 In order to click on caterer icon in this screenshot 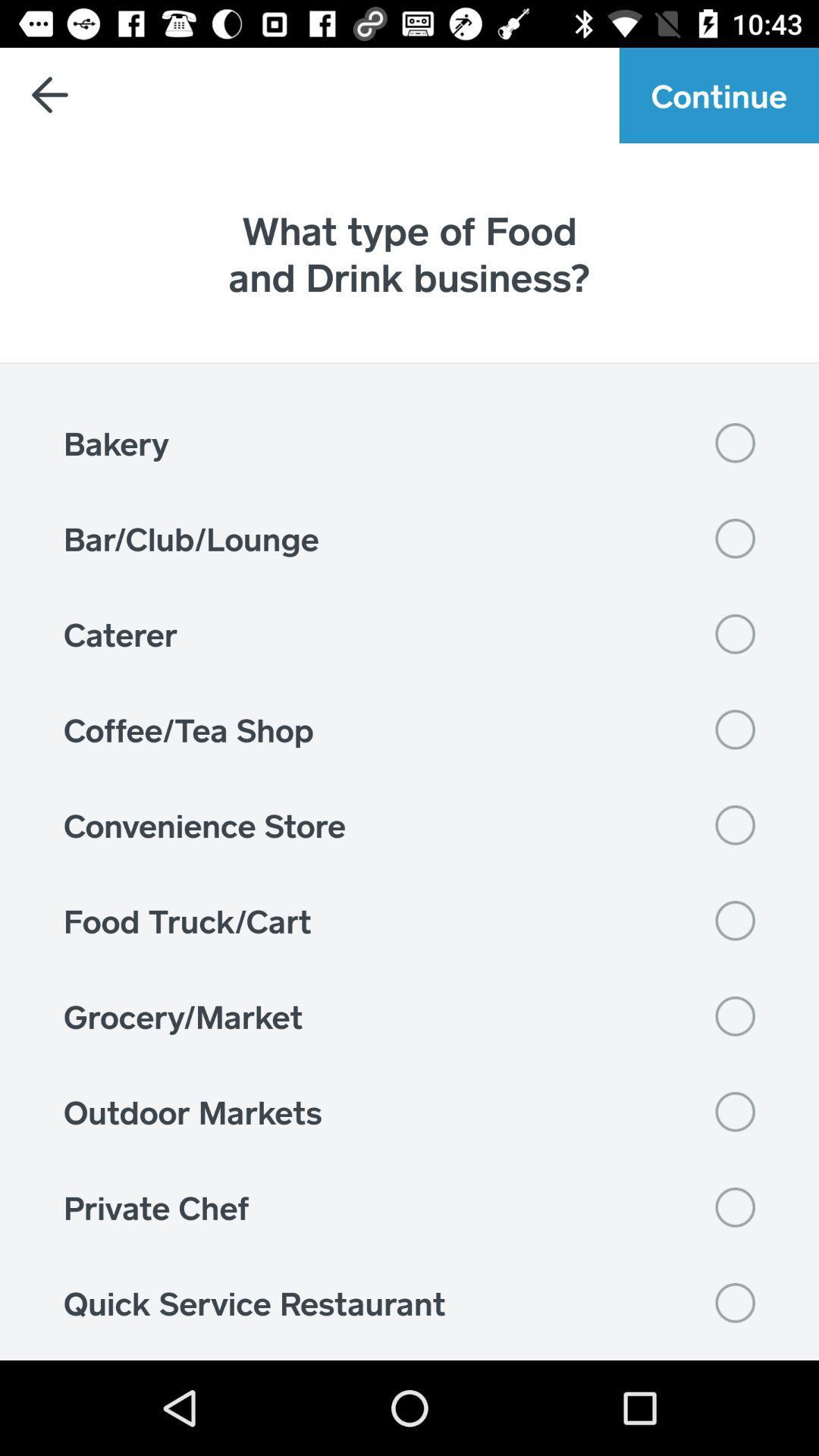, I will do `click(409, 634)`.